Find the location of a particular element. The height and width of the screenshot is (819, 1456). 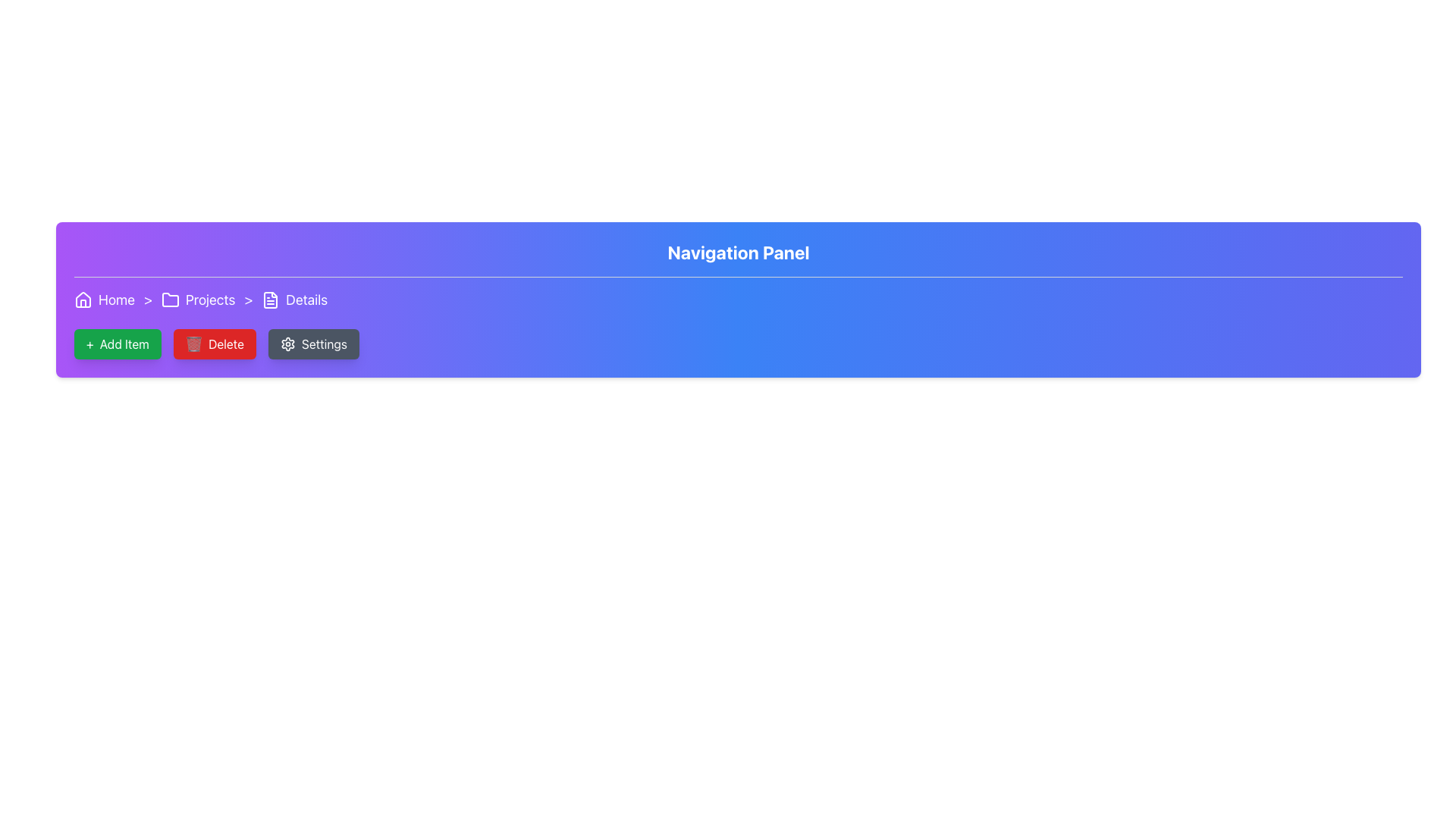

the 'Projects' text label in the breadcrumb navigation is located at coordinates (209, 300).